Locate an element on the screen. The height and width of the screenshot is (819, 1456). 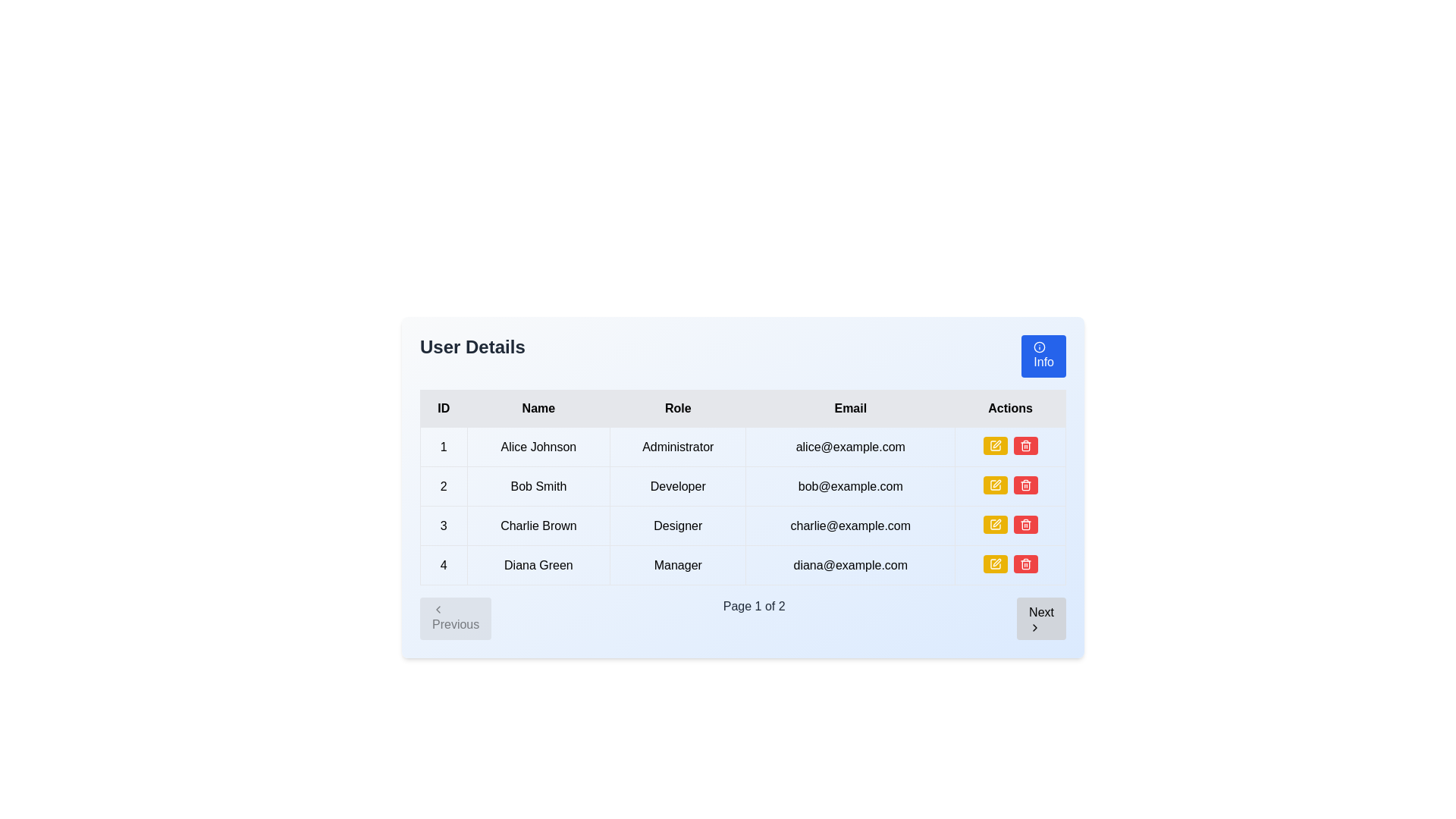
value of the text identifier for the second entry in the user details table, which corresponds to 'Bob Smith' in the 'ID' column is located at coordinates (443, 486).